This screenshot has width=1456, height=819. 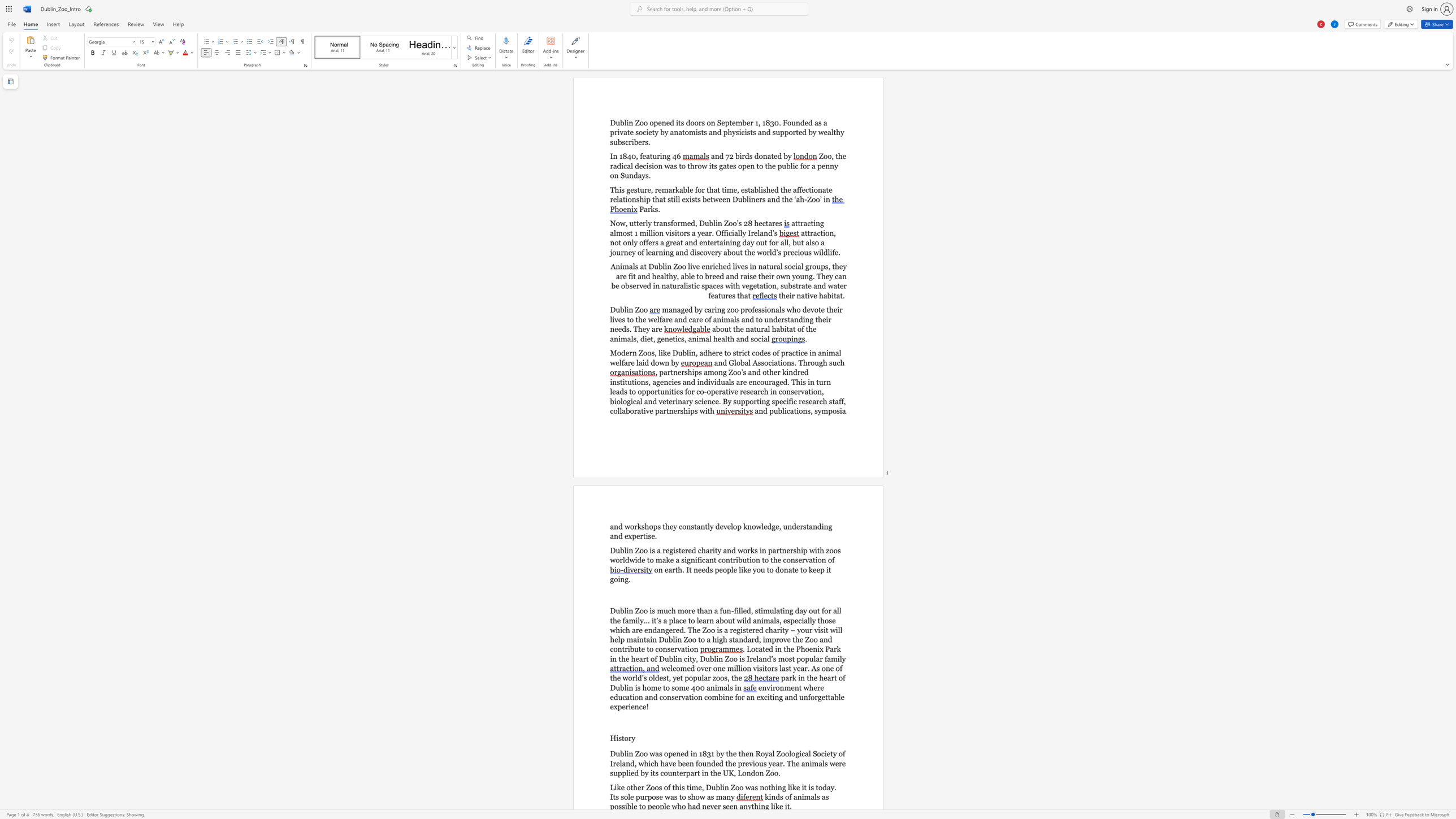 I want to click on the subset text "ns. Through s" within the text "and Global Associations. Through such", so click(x=786, y=362).